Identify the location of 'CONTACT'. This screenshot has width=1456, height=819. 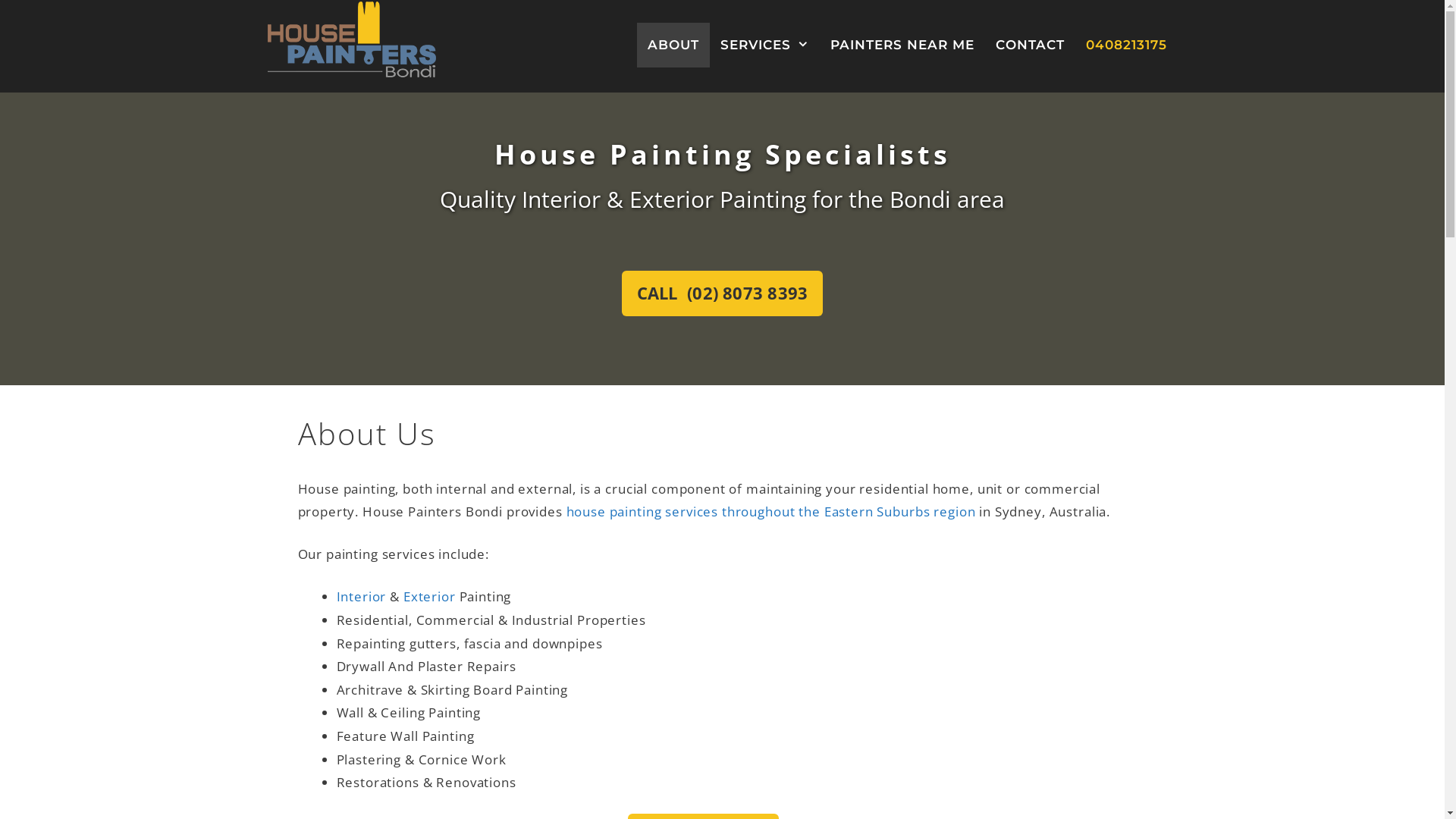
(1029, 44).